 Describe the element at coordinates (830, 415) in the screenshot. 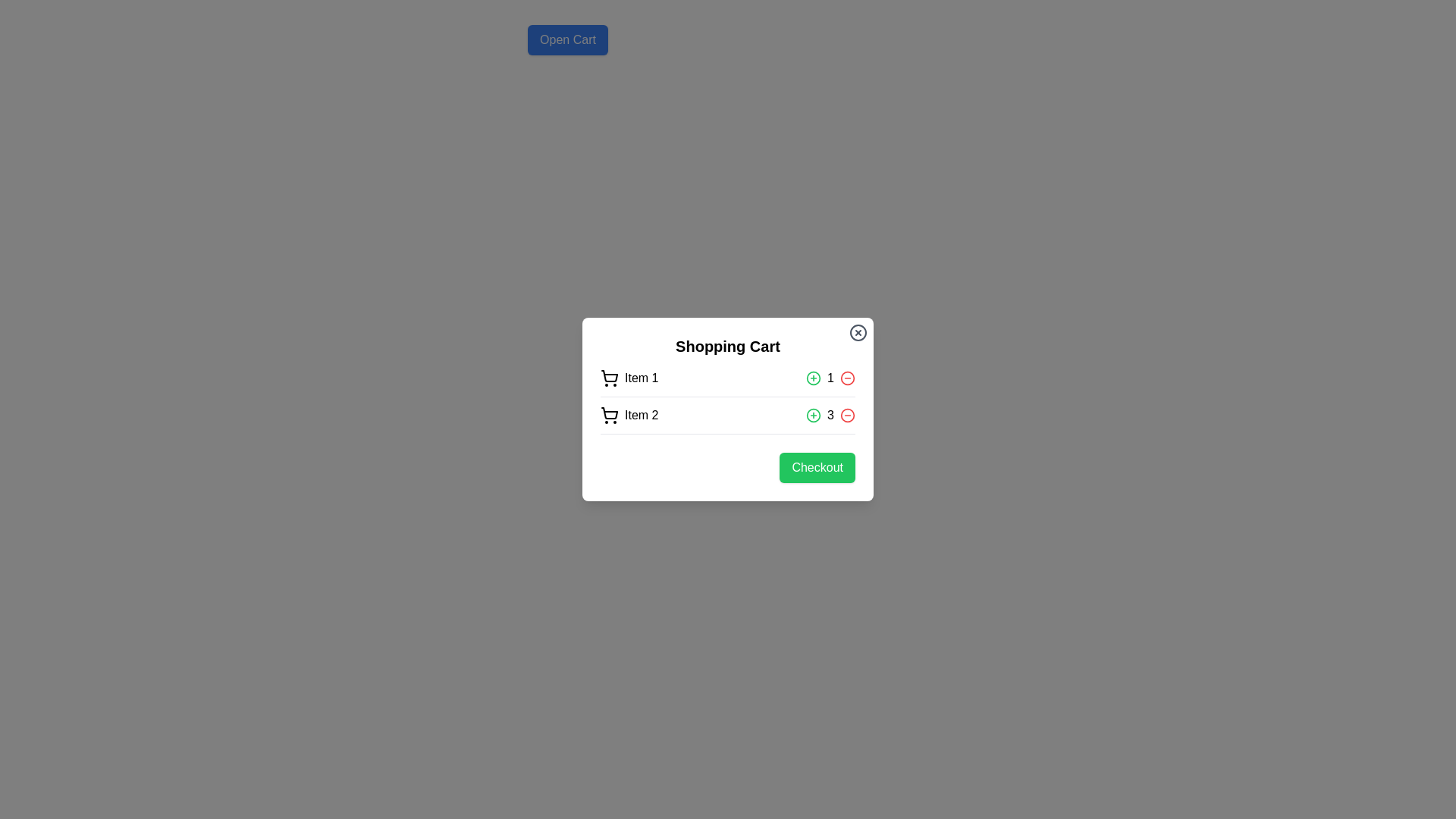

I see `the static text label displaying the quantity of 'Item 2' in the shopping cart, located centrally between the two circular buttons` at that location.